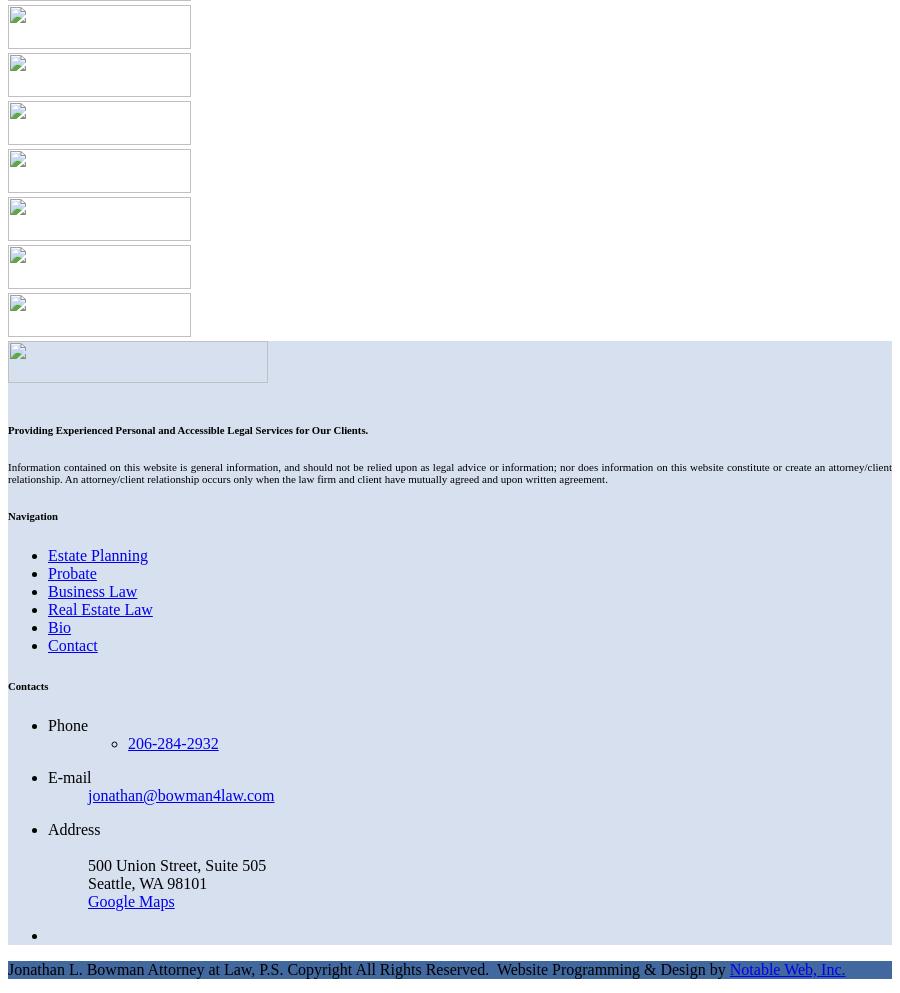 This screenshot has width=900, height=993. I want to click on 'Phone', so click(67, 723).